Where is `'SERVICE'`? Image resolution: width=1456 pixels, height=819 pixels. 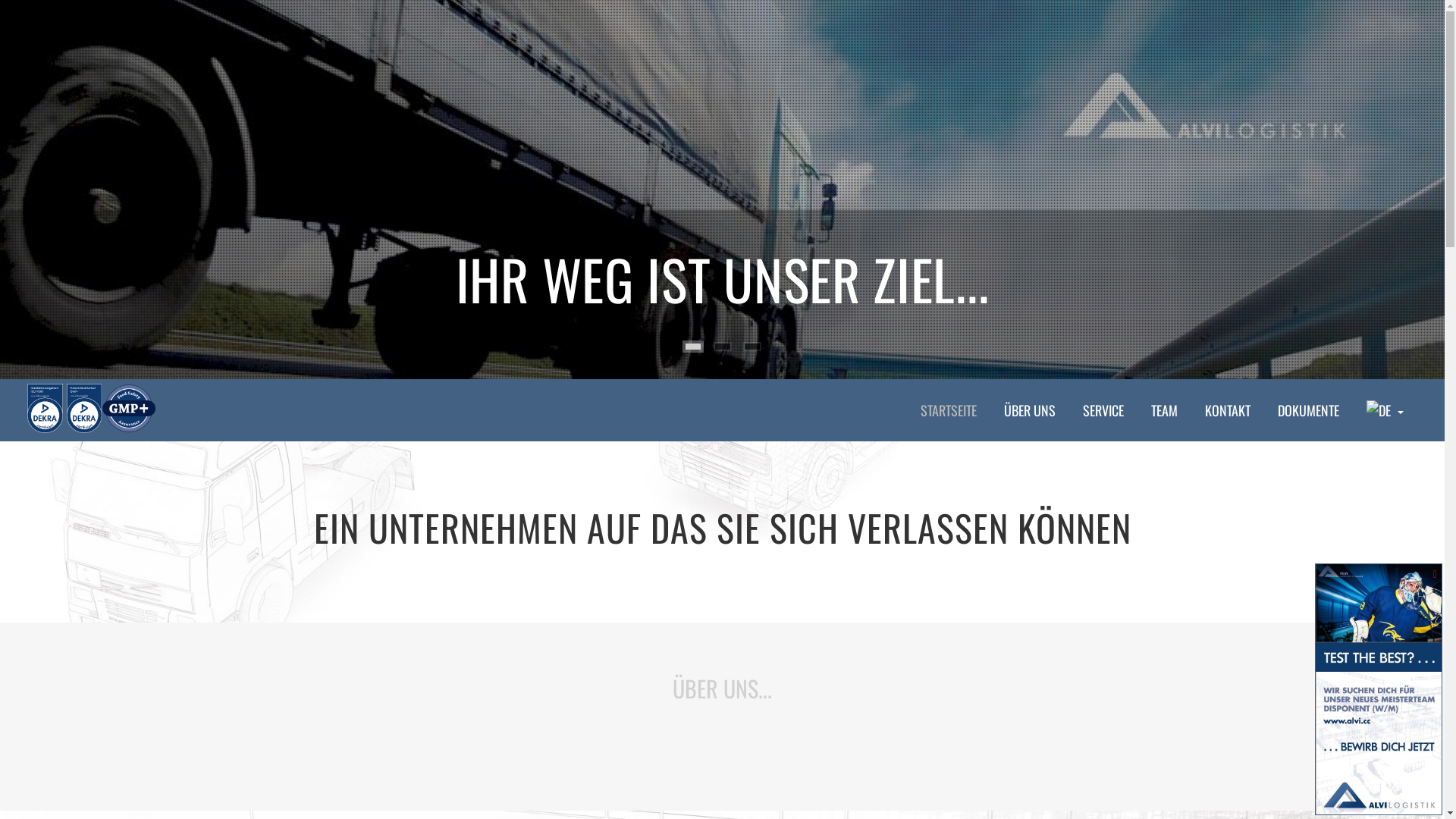
'SERVICE' is located at coordinates (1103, 409).